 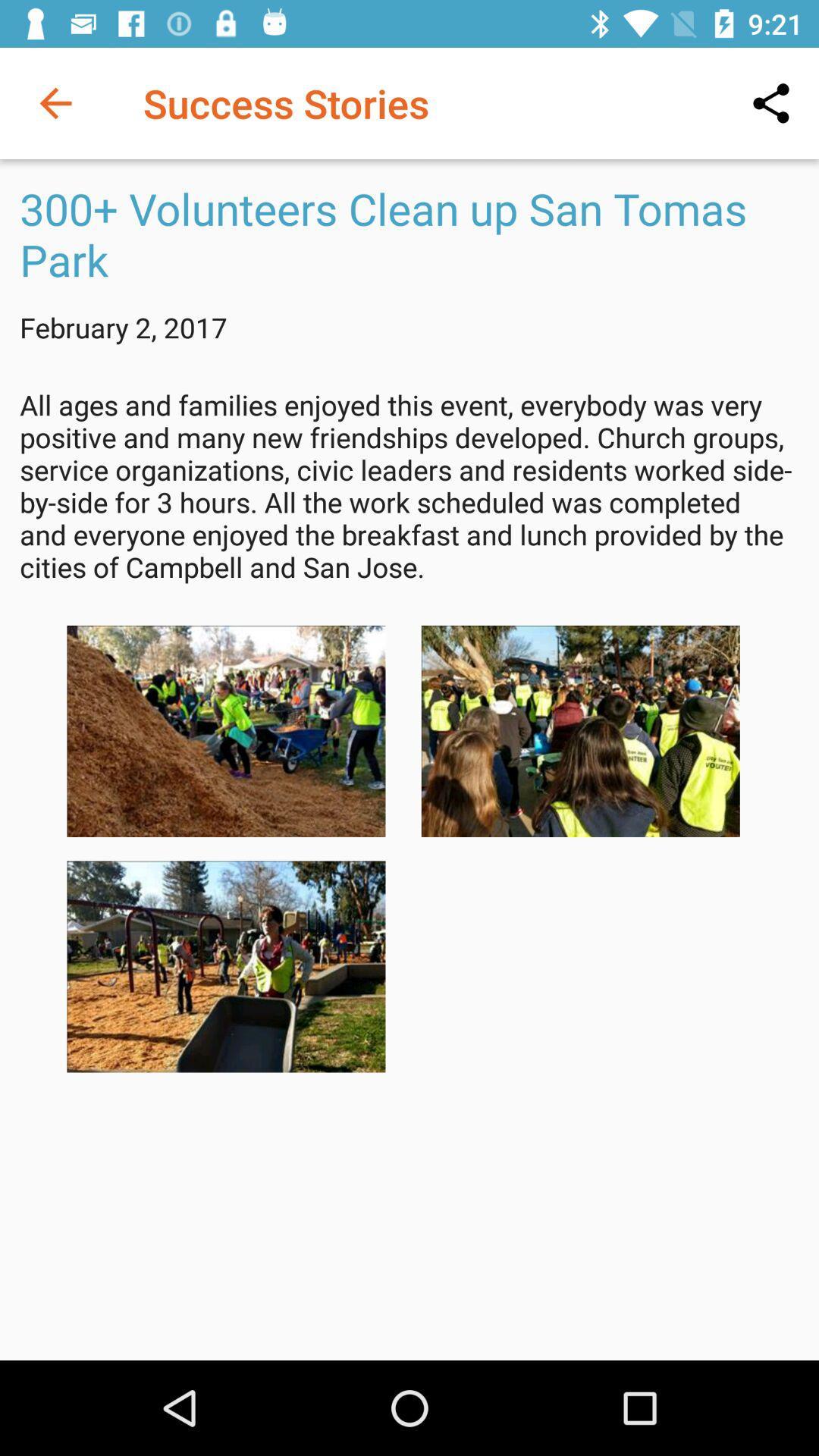 What do you see at coordinates (226, 966) in the screenshot?
I see `open photo page` at bounding box center [226, 966].